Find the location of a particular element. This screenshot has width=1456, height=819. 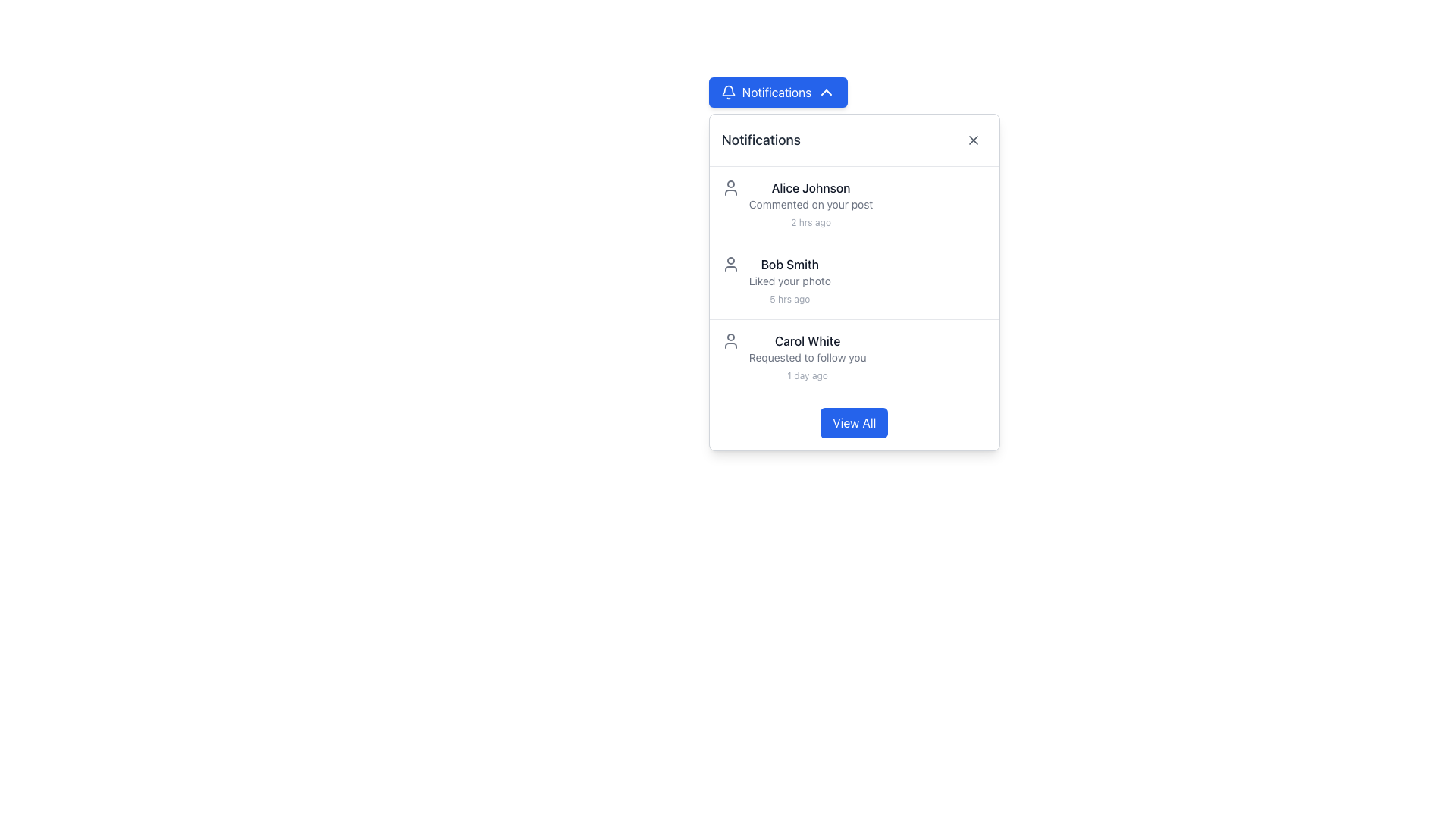

the close icon represented by an 'X' in the top-right corner of the notifications dropdown panel is located at coordinates (973, 140).